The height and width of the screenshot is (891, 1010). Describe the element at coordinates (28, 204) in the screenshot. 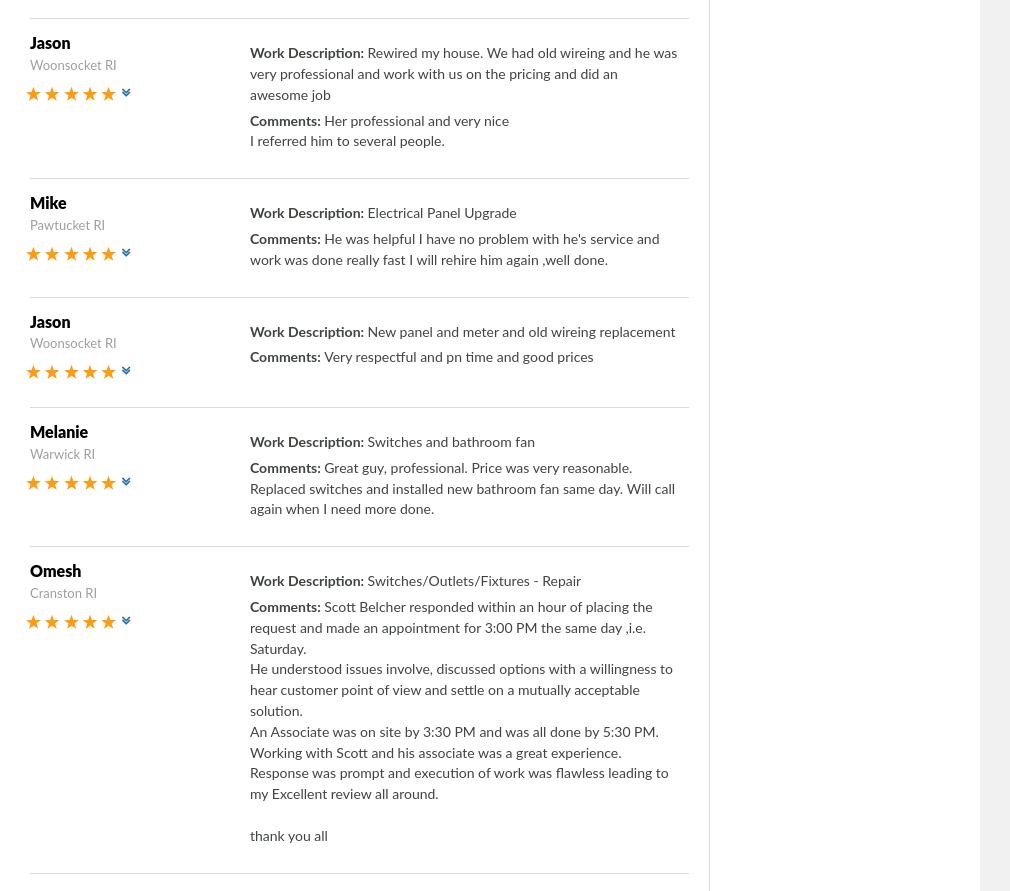

I see `'Mike'` at that location.